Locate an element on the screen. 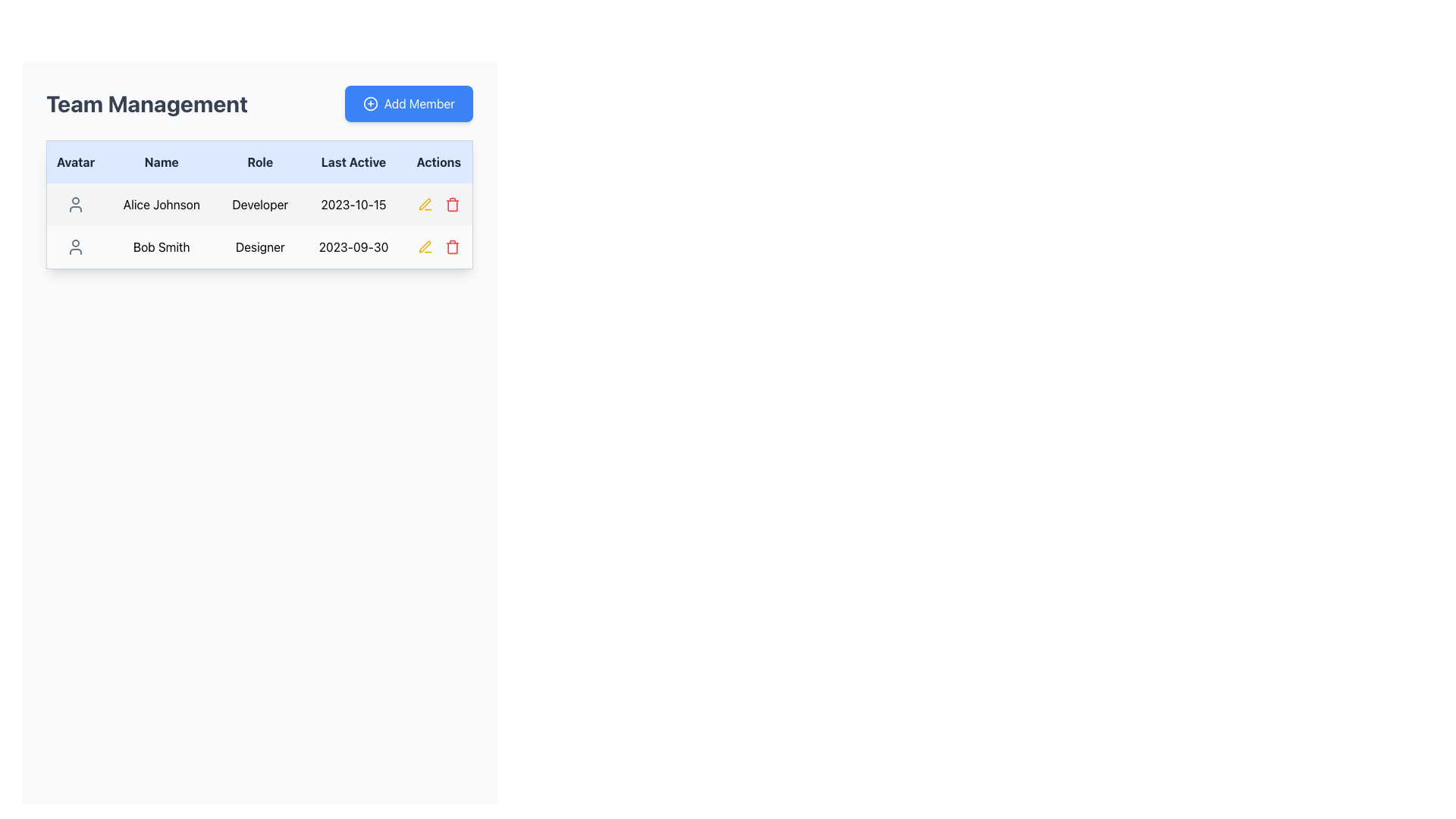 The width and height of the screenshot is (1456, 819). the user profile icon representing 'Alice Johnson' in the Avatar column of the table is located at coordinates (74, 205).